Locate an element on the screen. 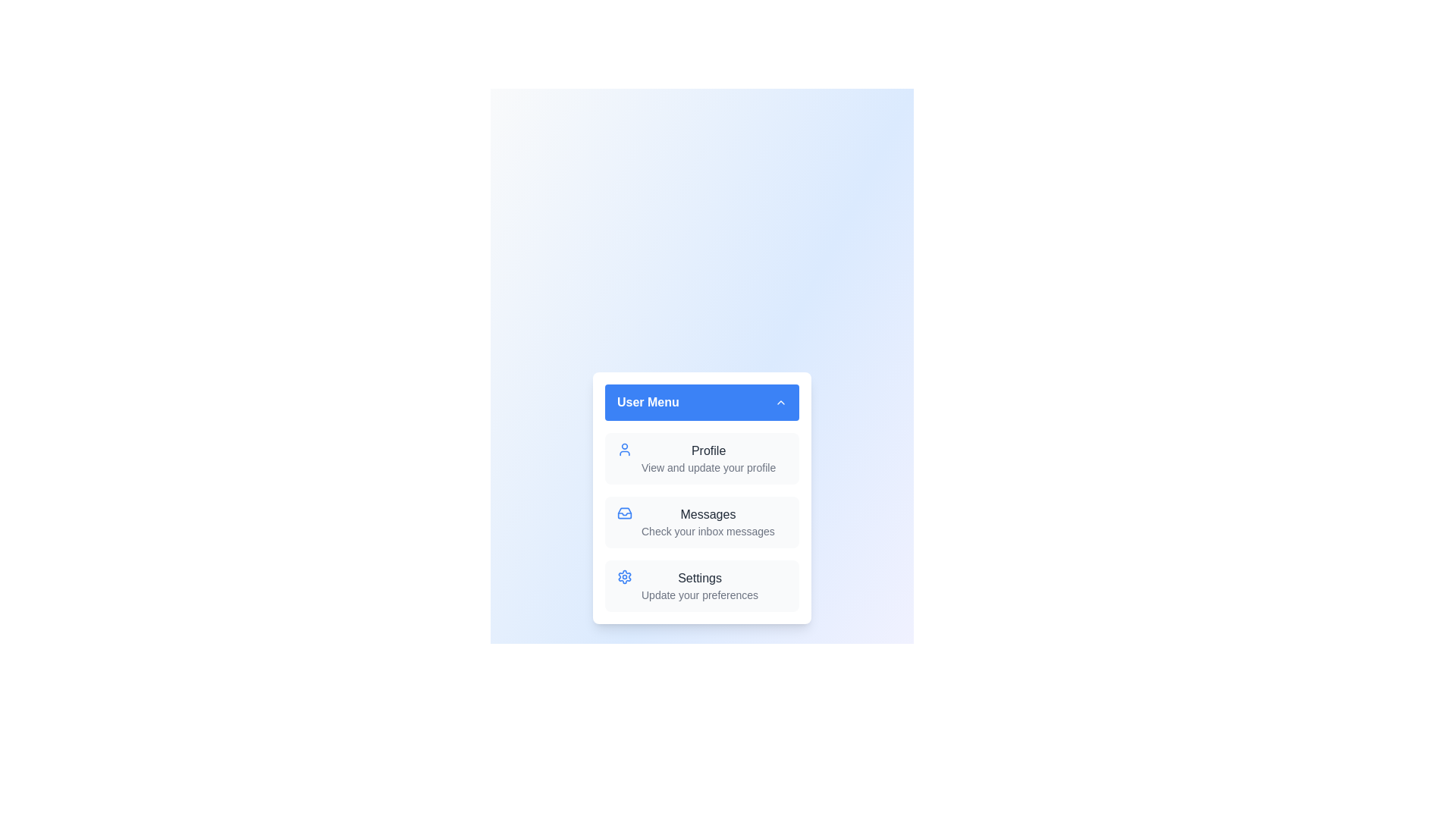 The width and height of the screenshot is (1456, 819). the menu item Settings from the User Menu is located at coordinates (701, 585).